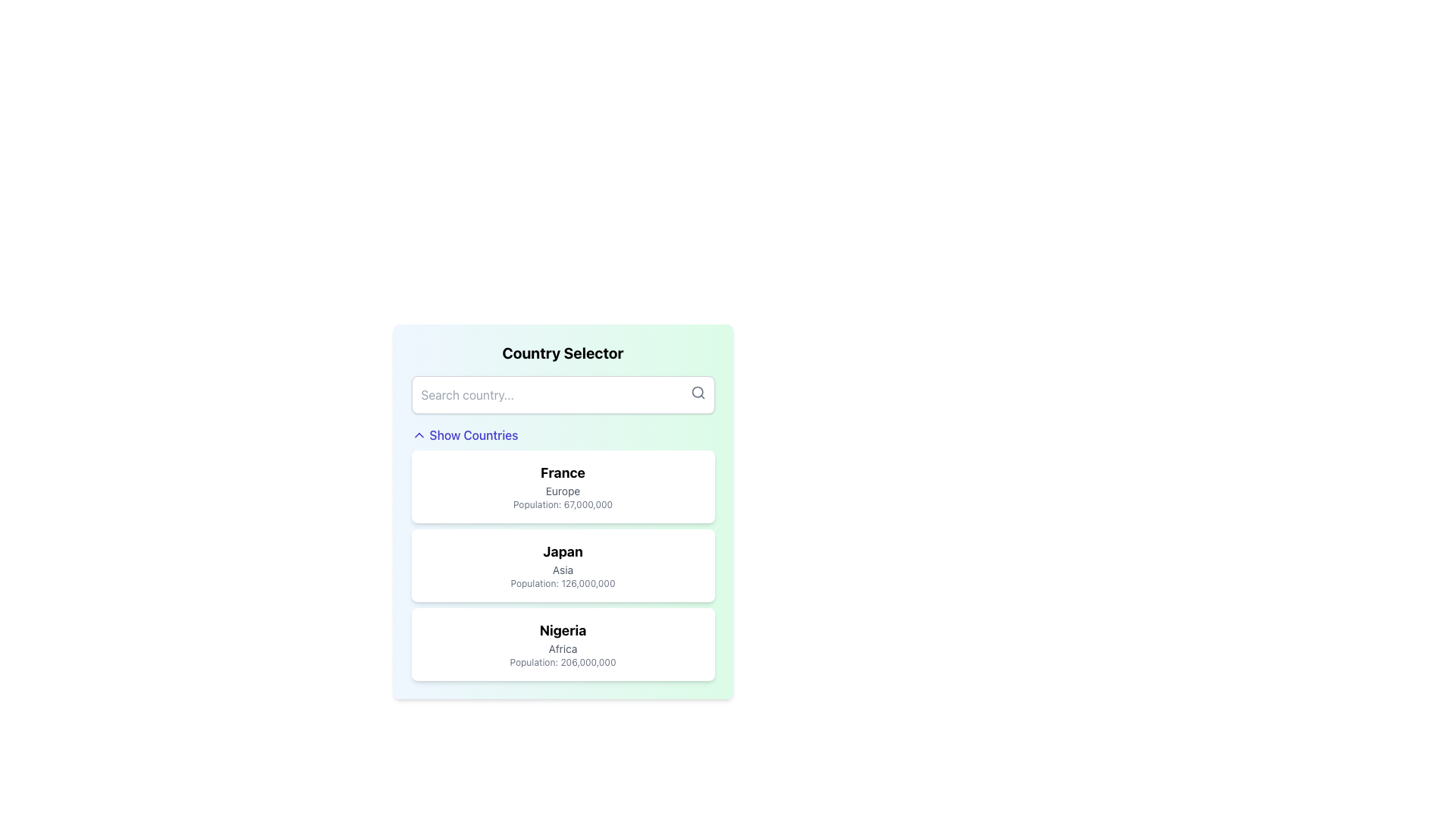 This screenshot has width=1456, height=819. Describe the element at coordinates (562, 648) in the screenshot. I see `text label displaying 'Africa' in light gray color, located under 'Nigeria' and above the population details` at that location.